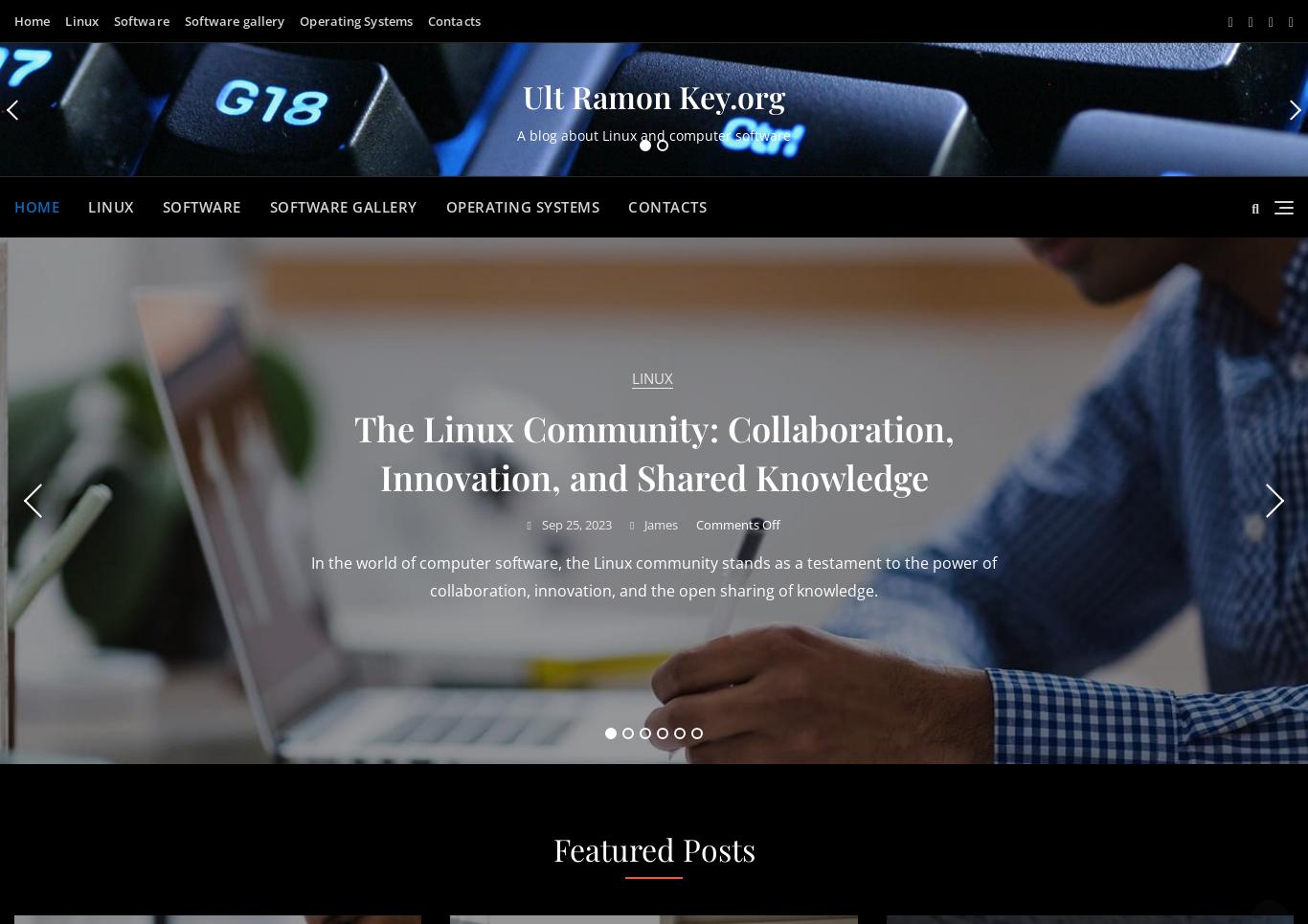 This screenshot has width=1308, height=924. What do you see at coordinates (652, 450) in the screenshot?
I see `'This blog is about Linux and computer software'` at bounding box center [652, 450].